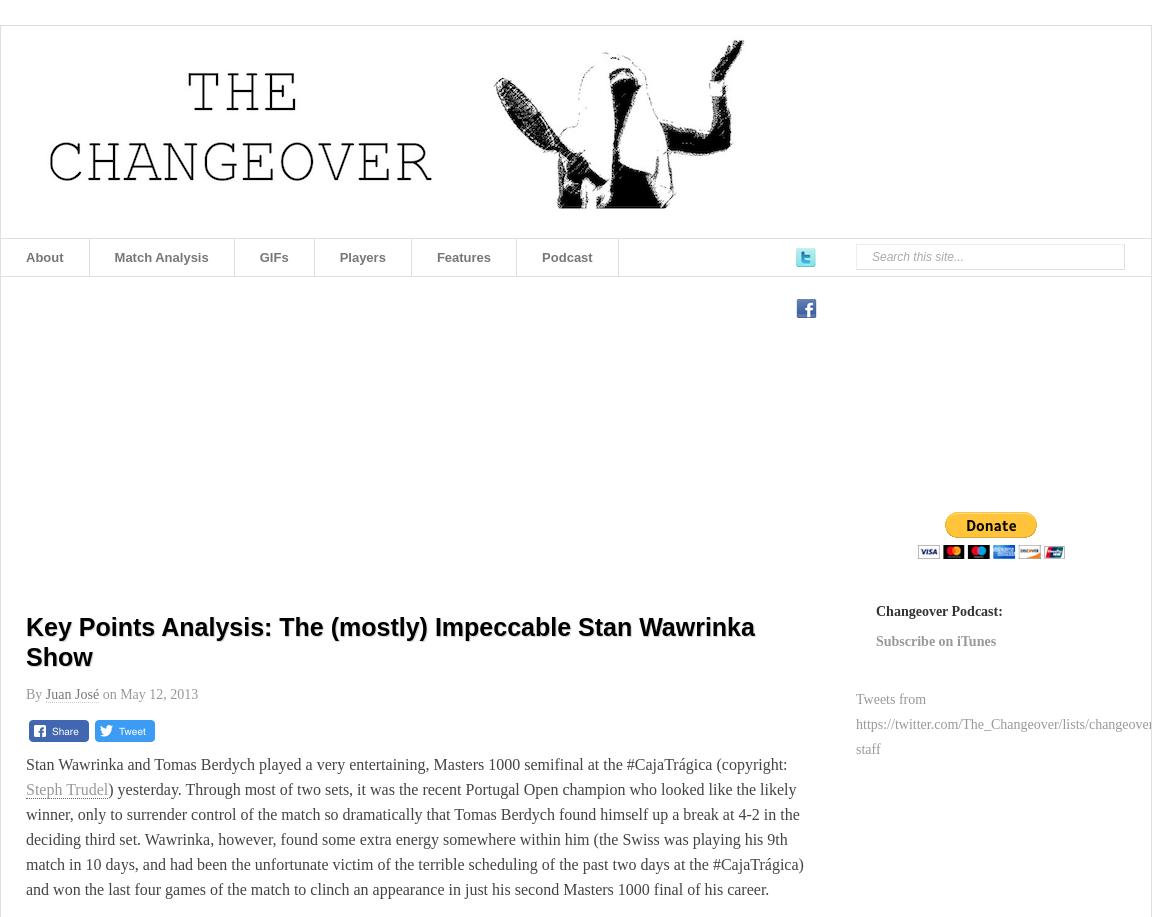 This screenshot has width=1152, height=917. I want to click on 'on', so click(108, 694).